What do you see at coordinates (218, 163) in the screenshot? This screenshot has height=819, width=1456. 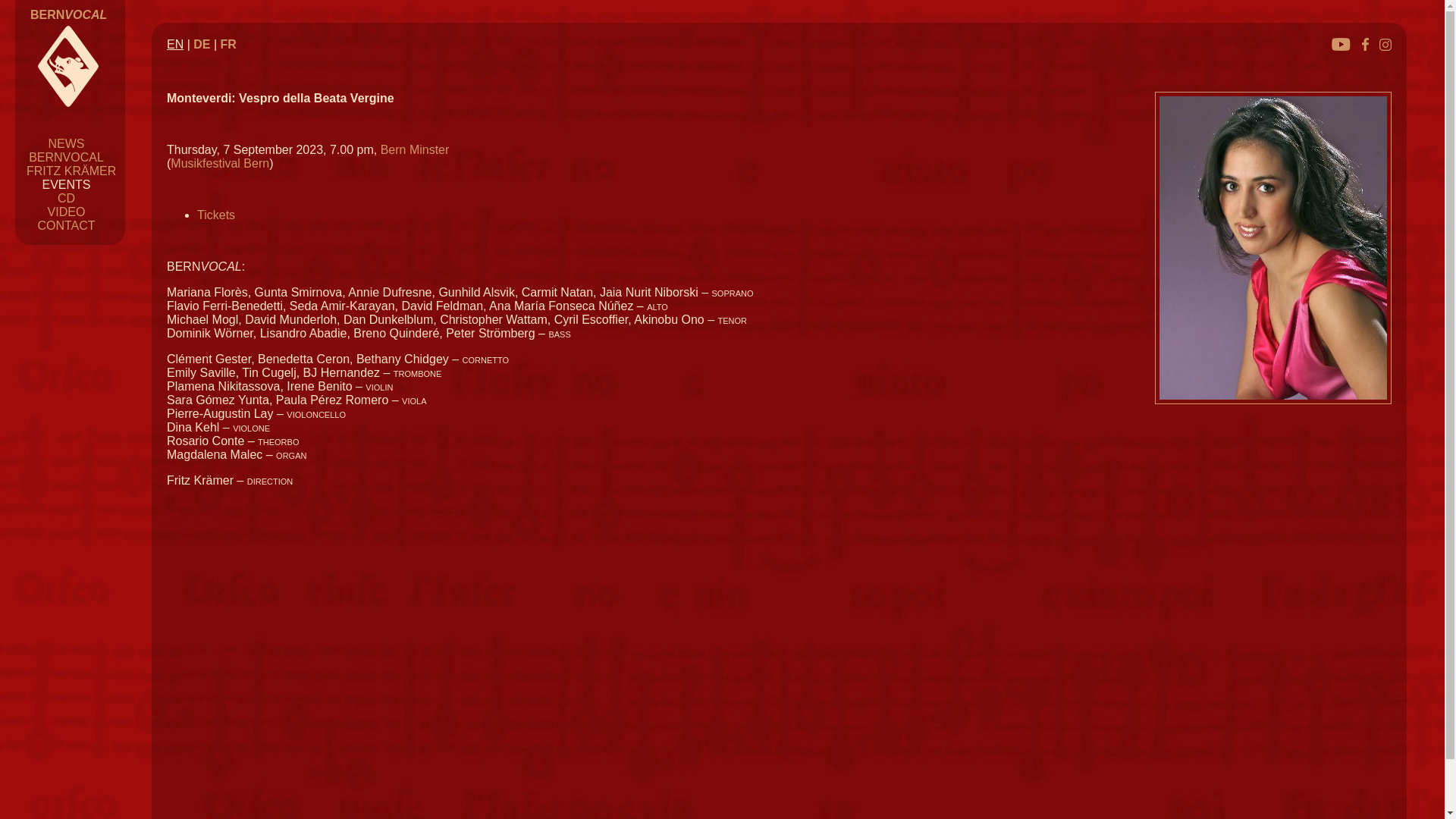 I see `'Musikfestival Bern'` at bounding box center [218, 163].